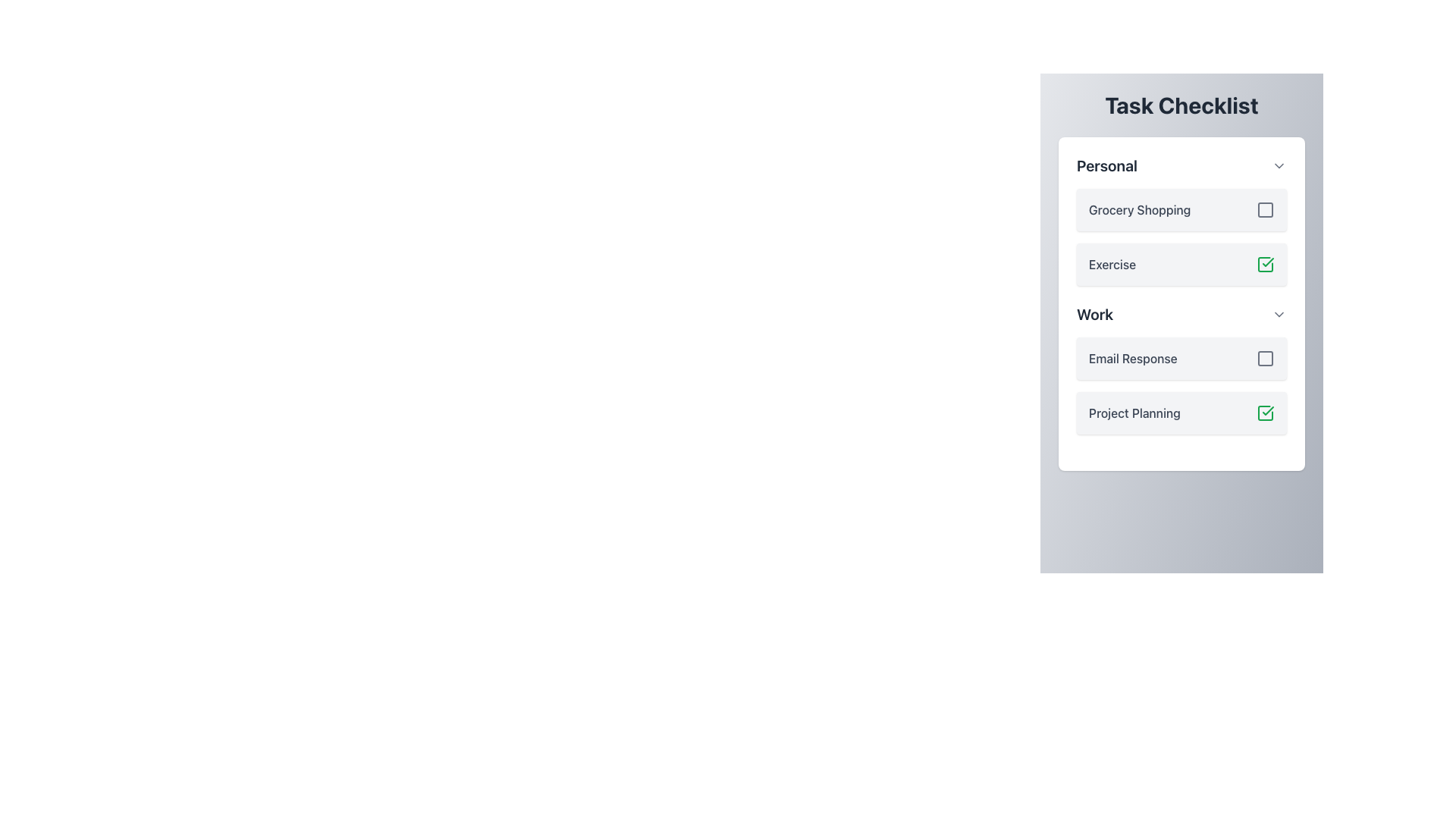 The width and height of the screenshot is (1456, 819). Describe the element at coordinates (1181, 369) in the screenshot. I see `the 'Email Response' checklist item` at that location.